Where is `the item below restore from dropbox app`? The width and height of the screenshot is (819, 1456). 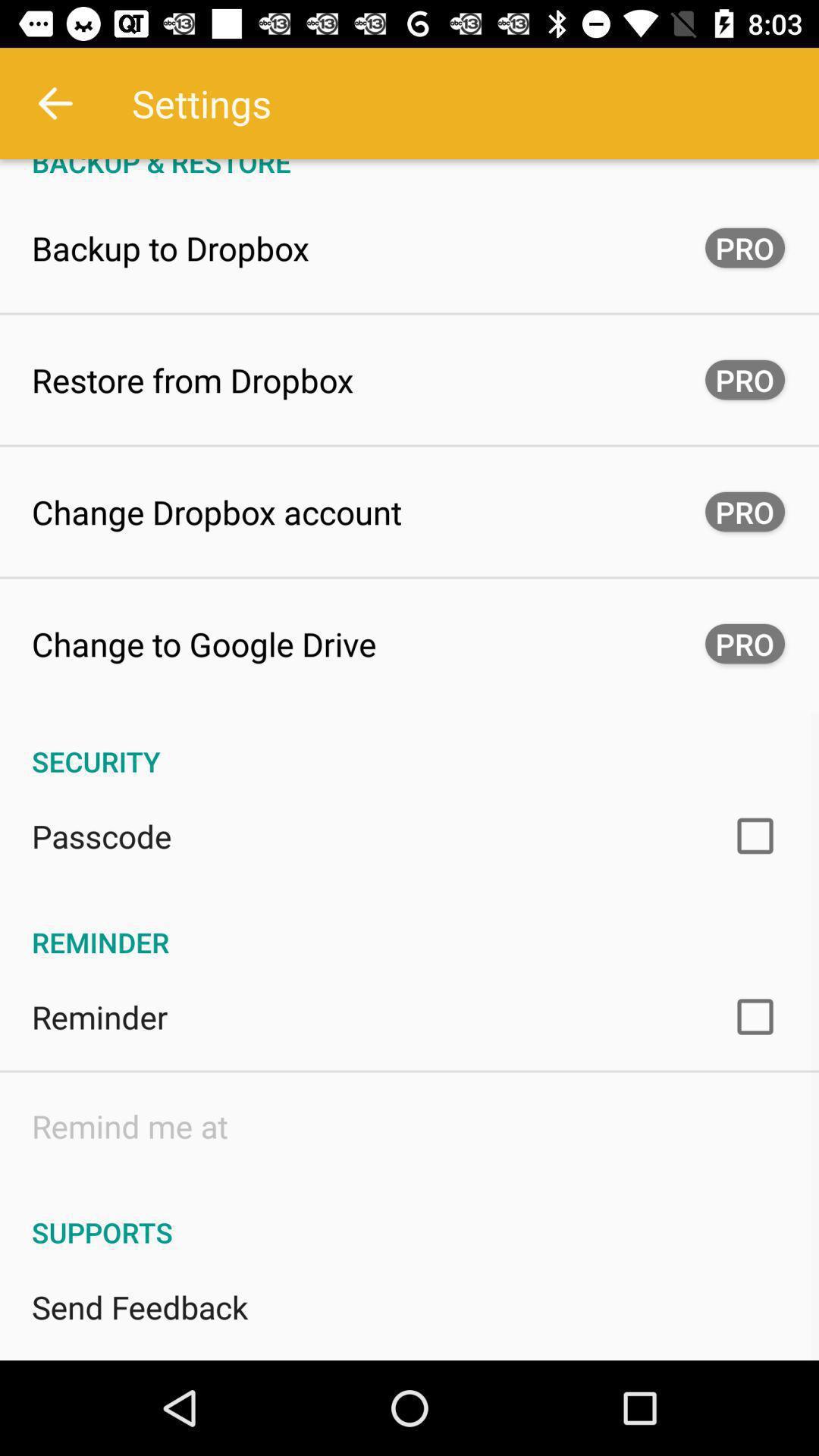 the item below restore from dropbox app is located at coordinates (217, 512).